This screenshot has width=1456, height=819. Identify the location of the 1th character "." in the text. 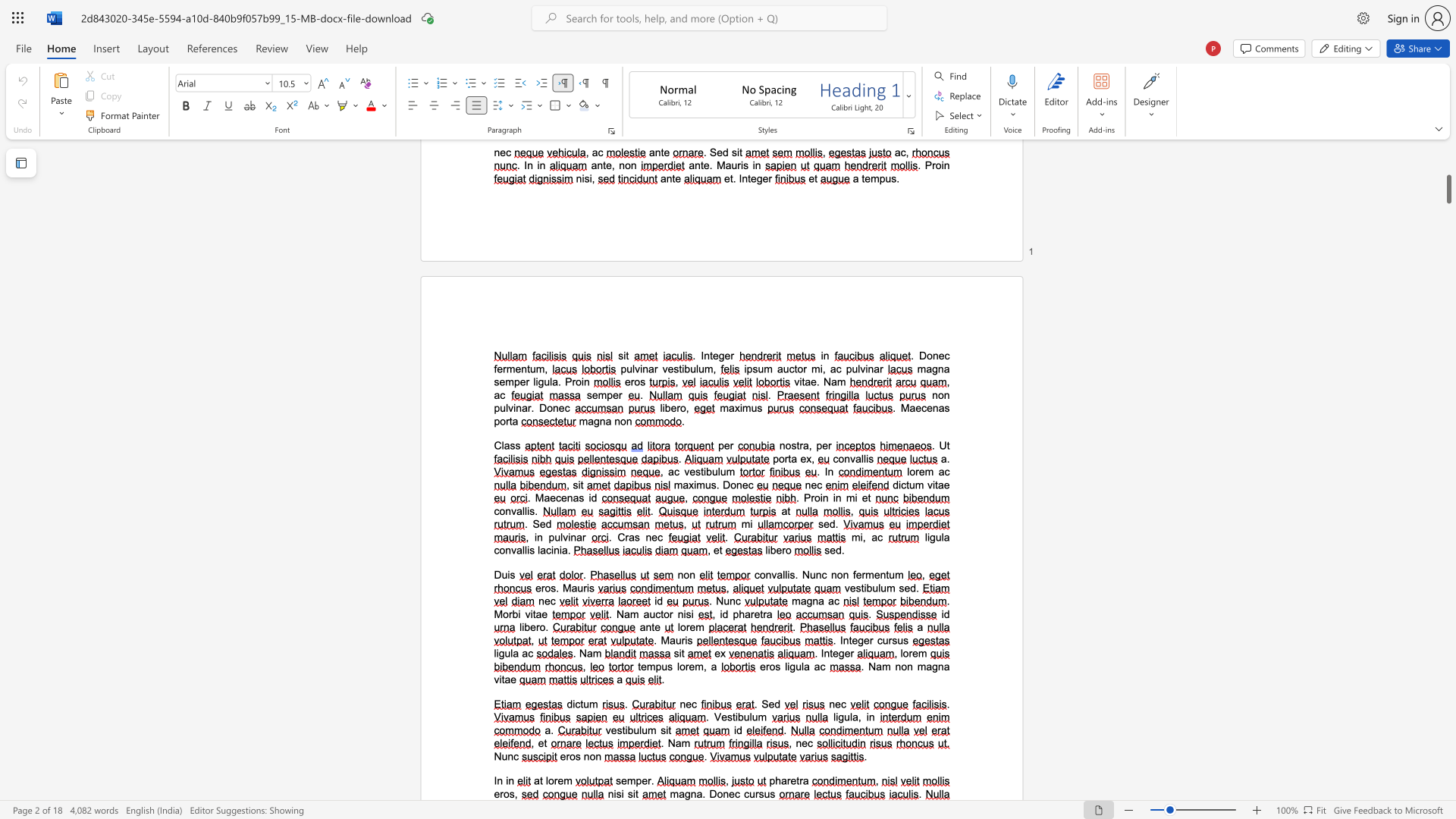
(703, 793).